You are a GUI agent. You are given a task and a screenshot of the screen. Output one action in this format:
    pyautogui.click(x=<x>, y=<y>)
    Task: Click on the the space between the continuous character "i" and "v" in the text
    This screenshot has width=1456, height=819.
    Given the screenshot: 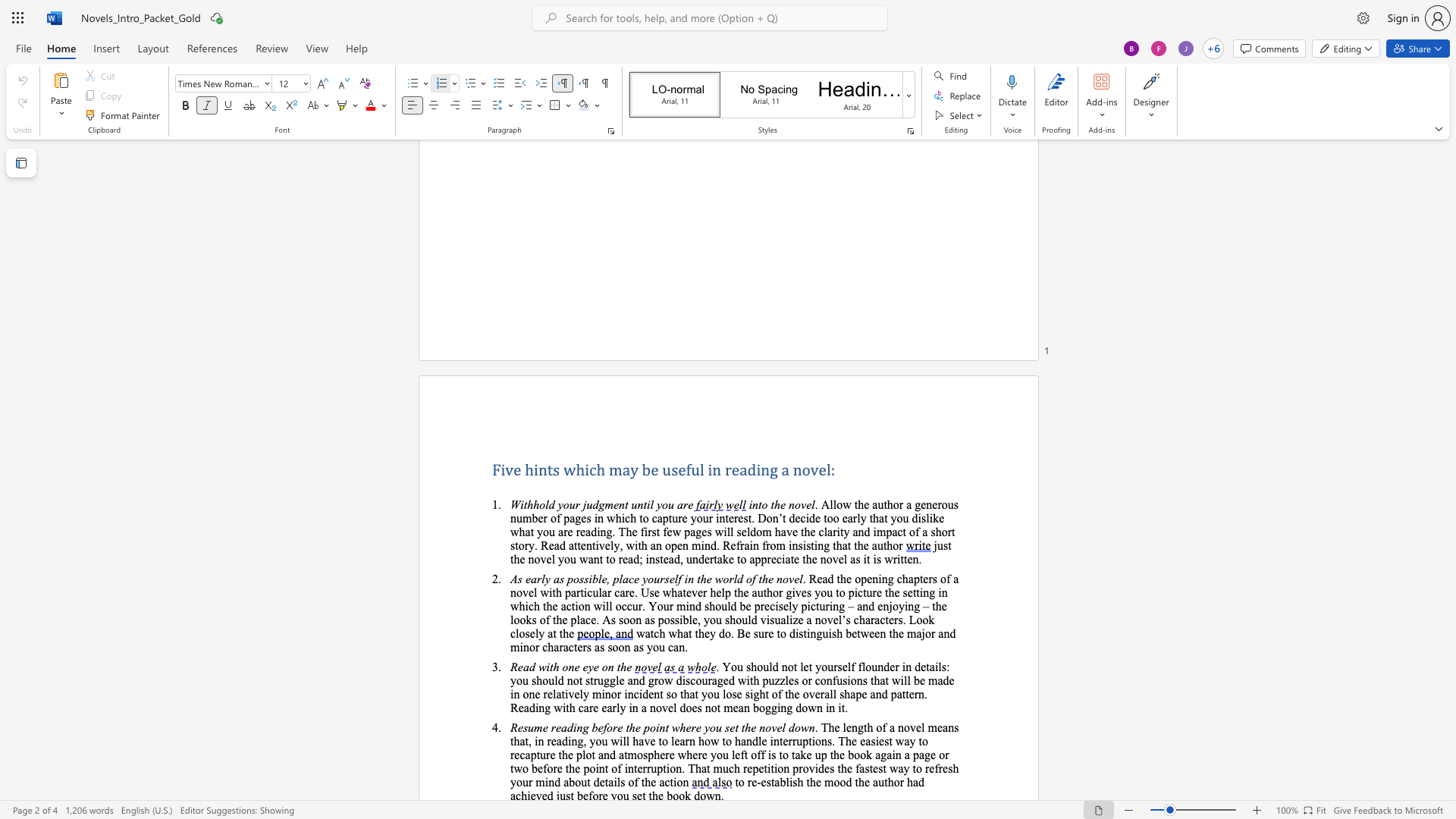 What is the action you would take?
    pyautogui.click(x=568, y=694)
    